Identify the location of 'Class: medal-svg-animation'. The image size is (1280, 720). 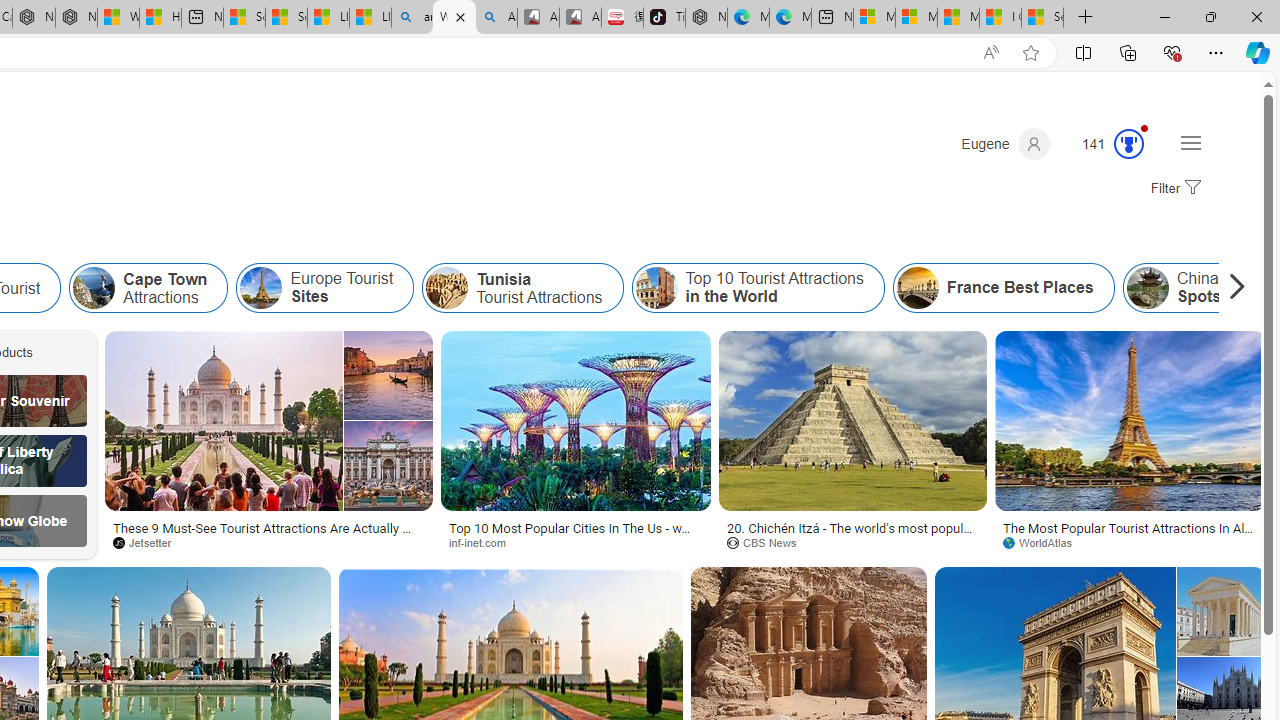
(1129, 143).